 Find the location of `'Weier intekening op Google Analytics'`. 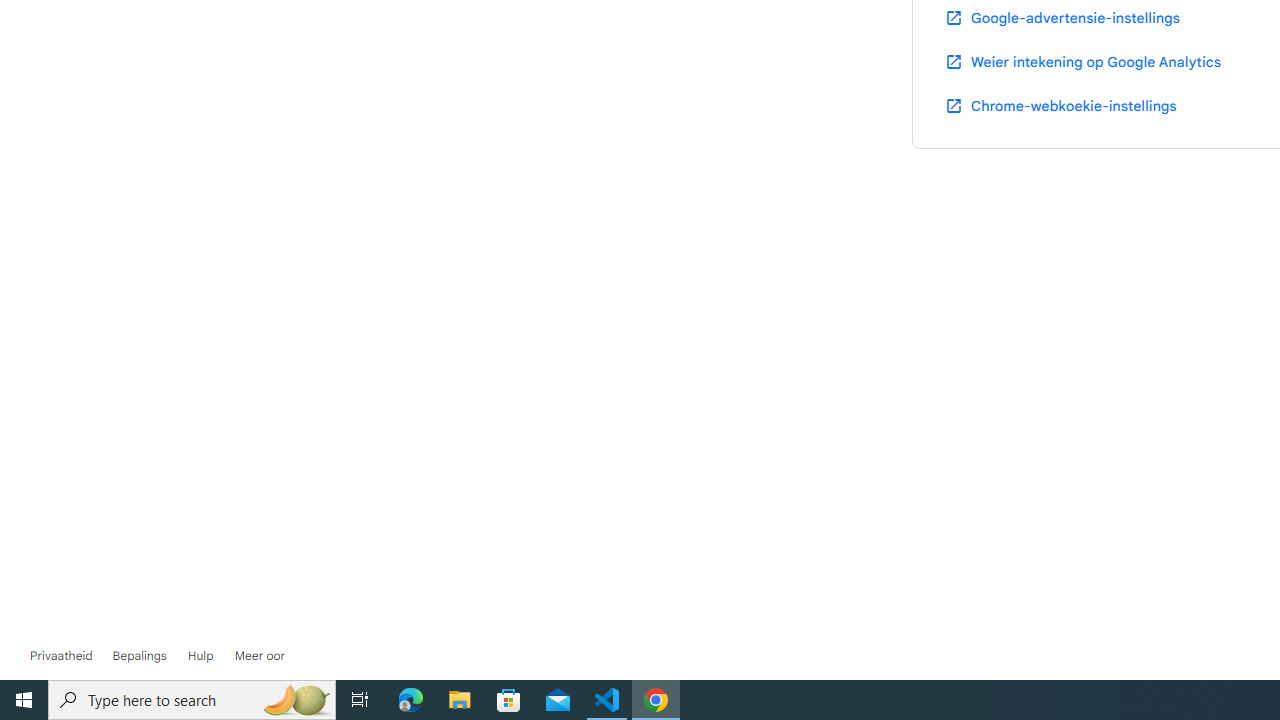

'Weier intekening op Google Analytics' is located at coordinates (1081, 60).